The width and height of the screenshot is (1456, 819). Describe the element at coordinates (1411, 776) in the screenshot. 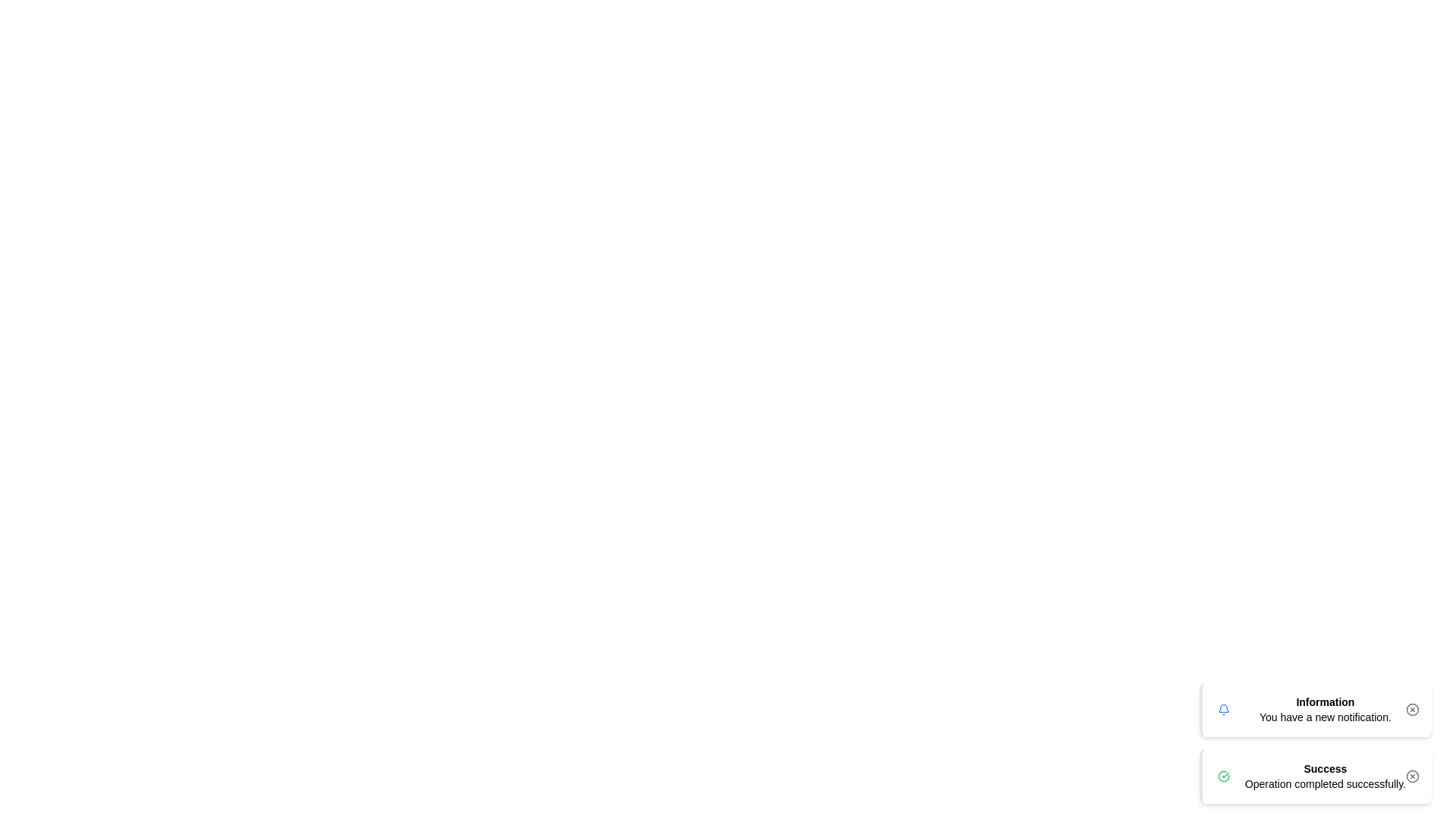

I see `the button located at the far right of the 'Success' notification box` at that location.